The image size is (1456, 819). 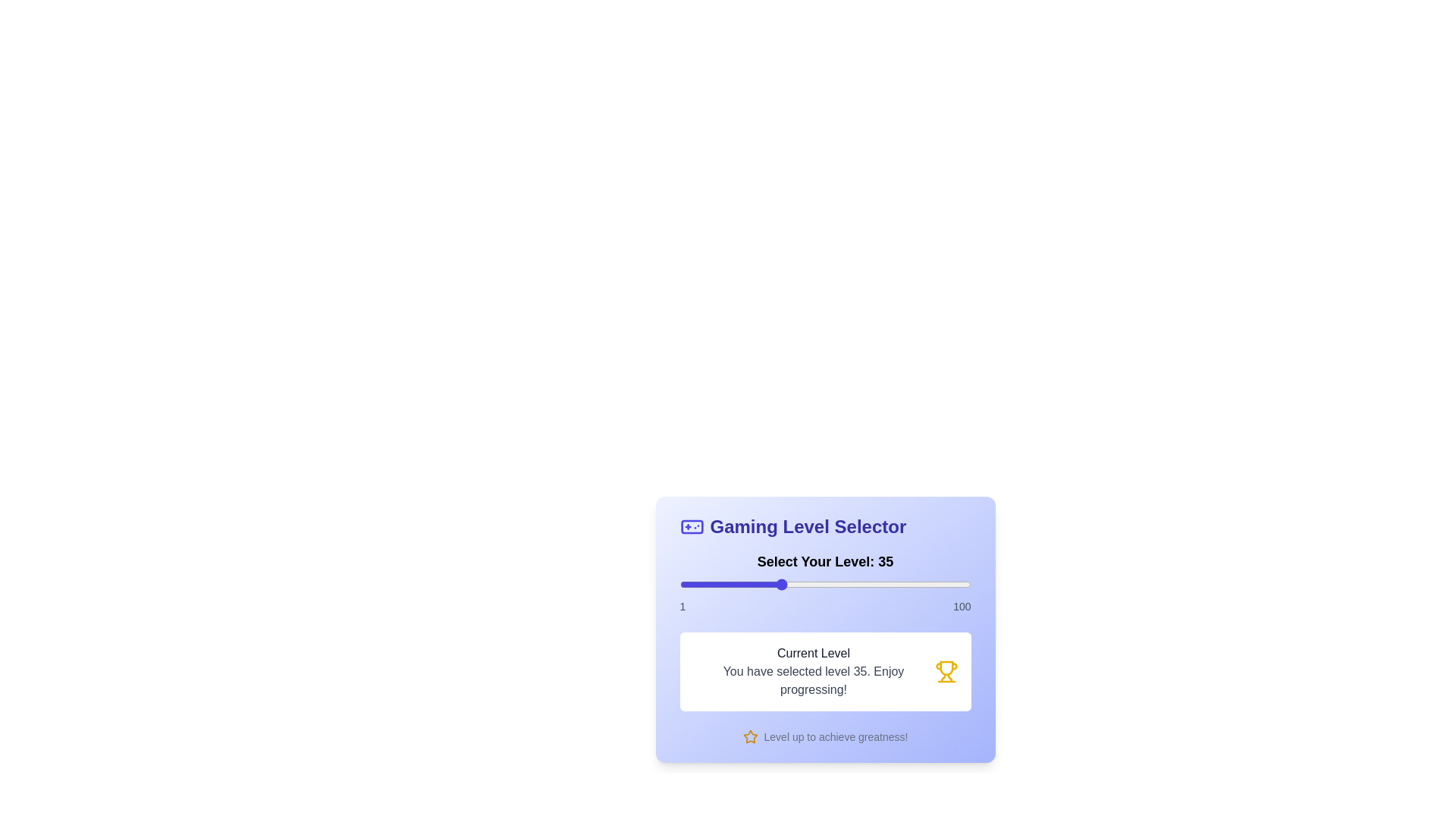 What do you see at coordinates (777, 584) in the screenshot?
I see `the level` at bounding box center [777, 584].